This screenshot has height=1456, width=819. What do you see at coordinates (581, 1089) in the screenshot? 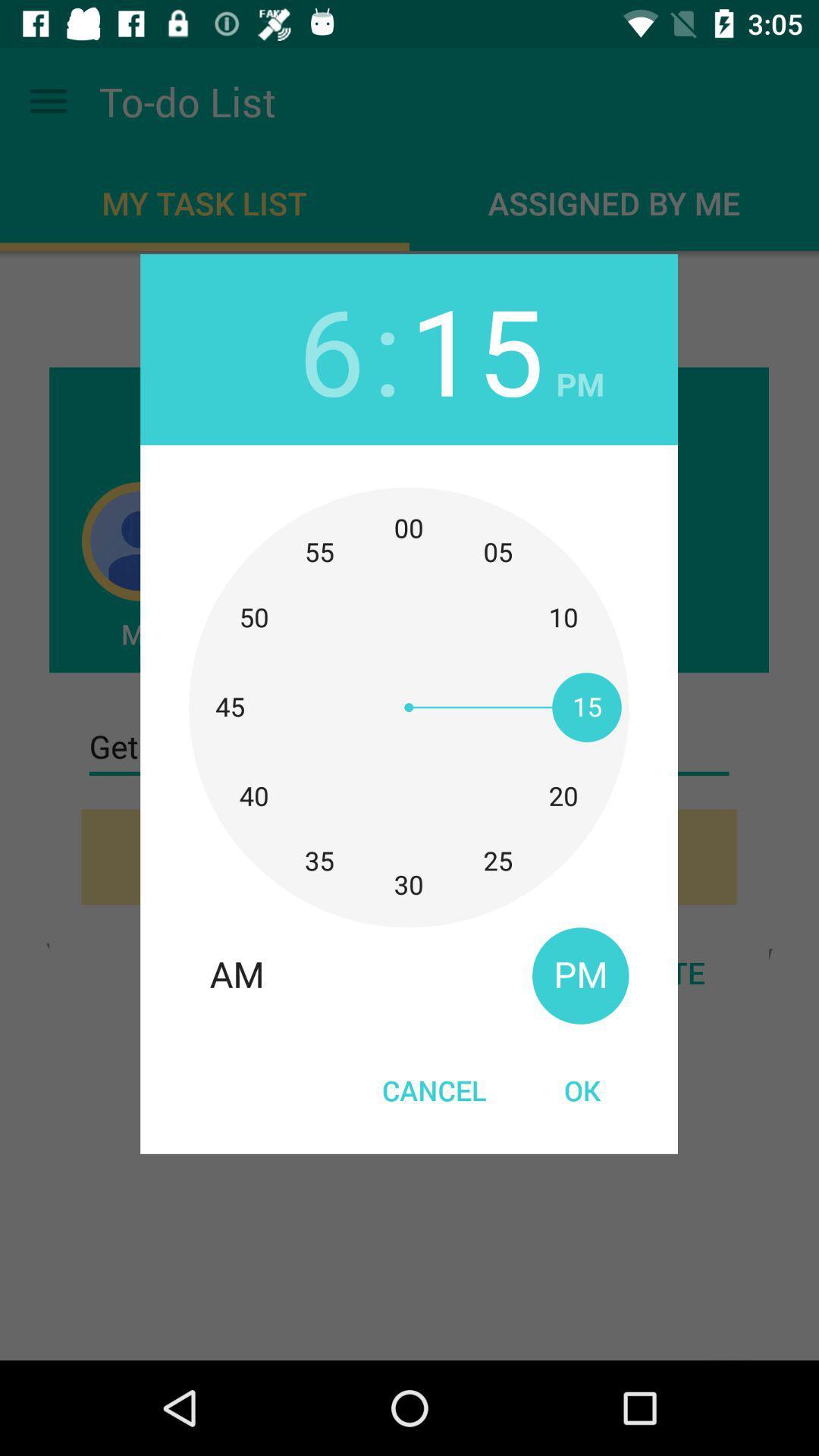
I see `ok at the bottom right corner` at bounding box center [581, 1089].